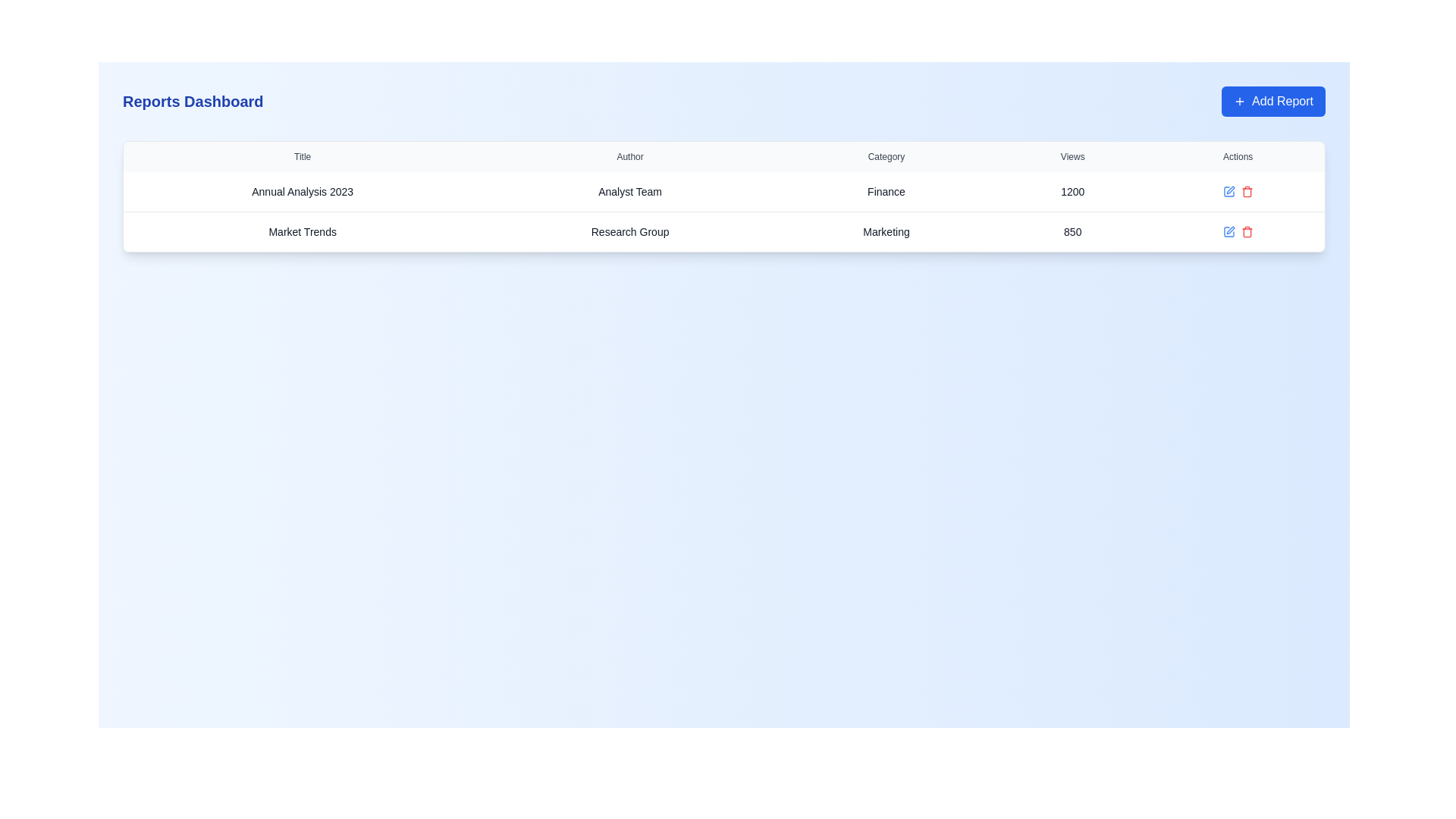 This screenshot has width=1456, height=819. Describe the element at coordinates (303, 191) in the screenshot. I see `the text label displaying 'Annual Analysis 2023', which is styled with a small font size and dark gray color, located in the first row of the table under the 'Title' column` at that location.